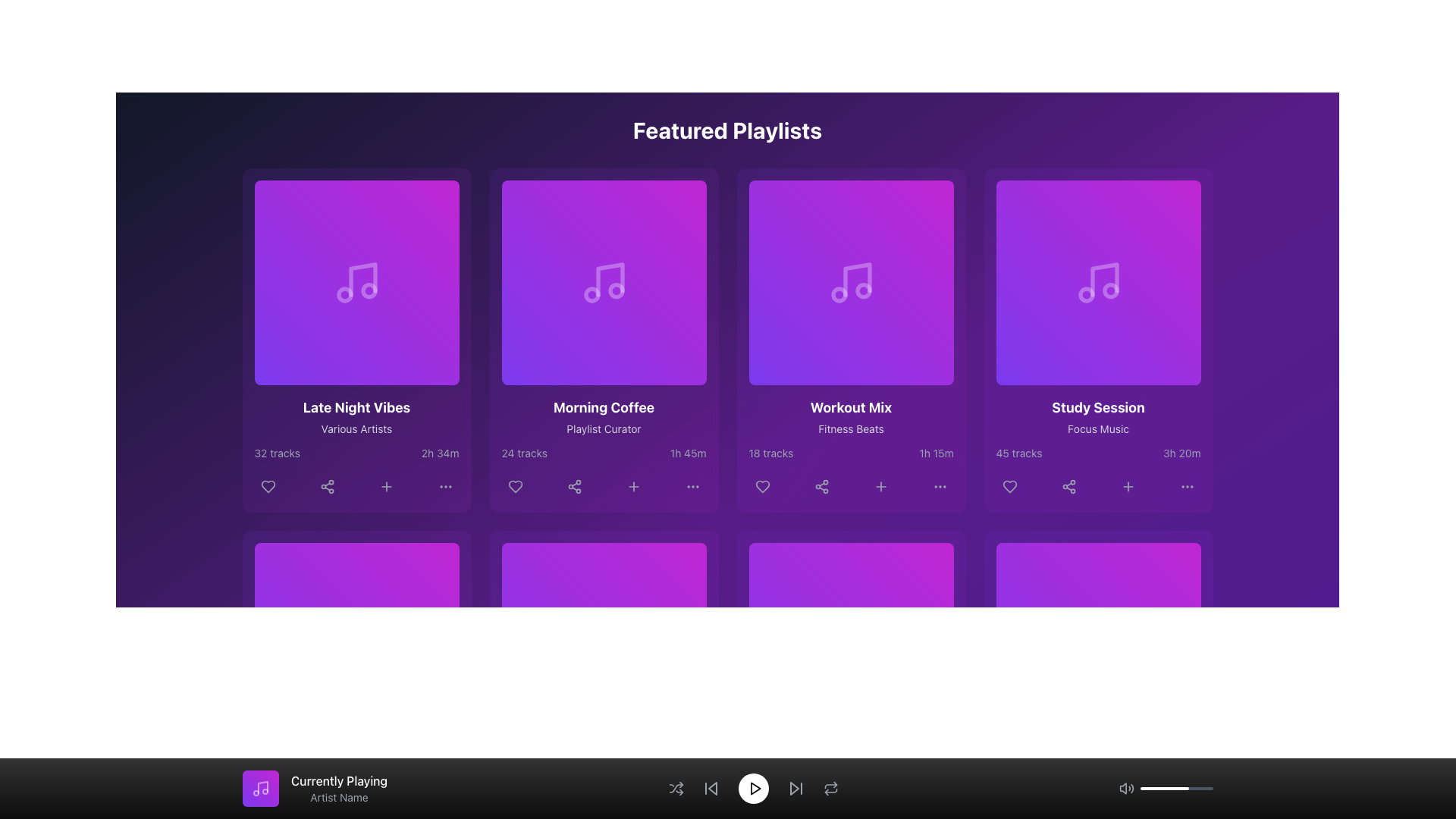 The height and width of the screenshot is (819, 1456). Describe the element at coordinates (338, 788) in the screenshot. I see `displayed text from the Text Display Component that shows 'Currently Playing' and 'Artist Name', located at the bottom center of the interface next to a violet music note icon` at that location.